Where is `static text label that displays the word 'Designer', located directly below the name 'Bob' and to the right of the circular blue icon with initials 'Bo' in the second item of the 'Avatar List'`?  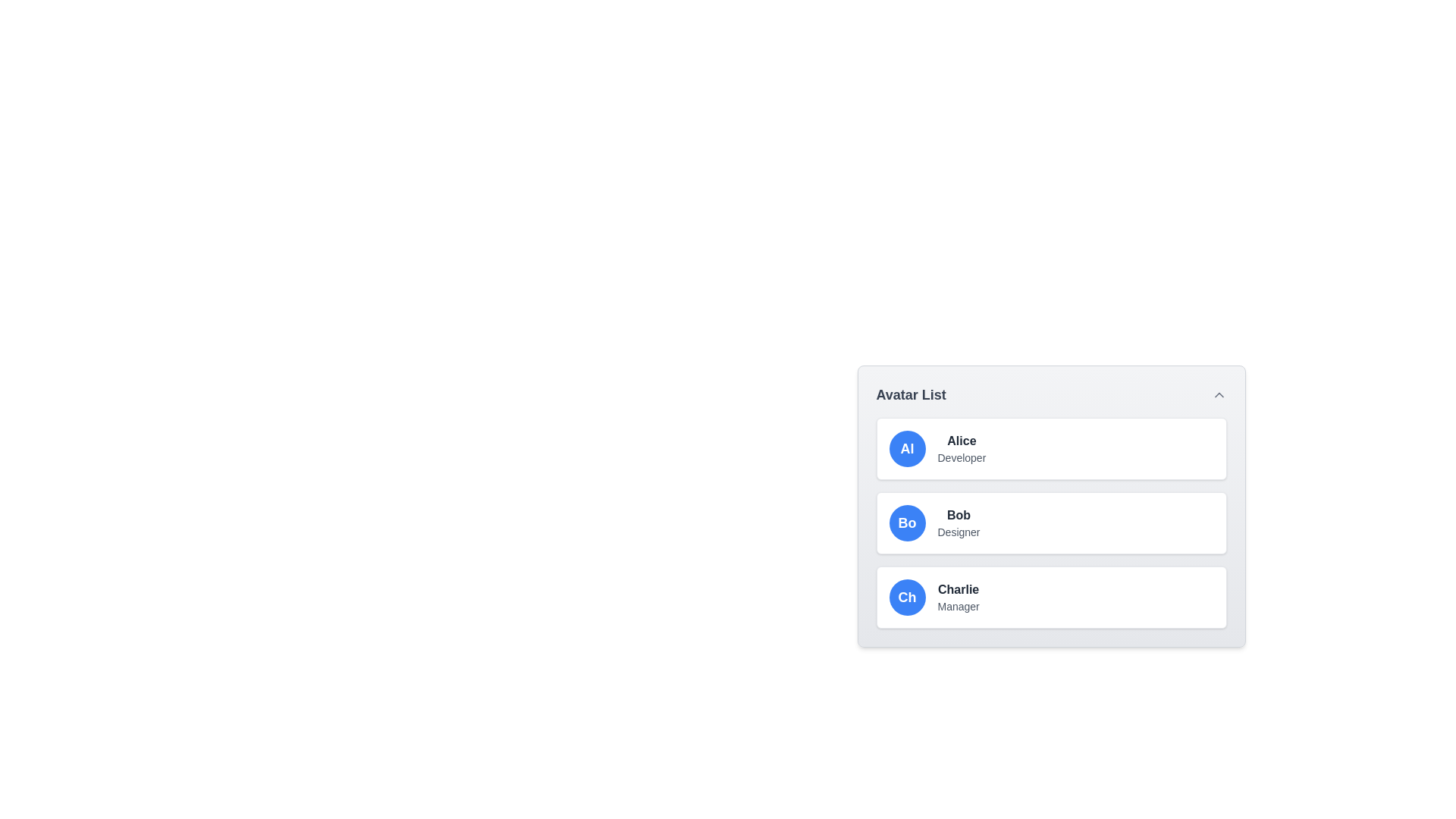 static text label that displays the word 'Designer', located directly below the name 'Bob' and to the right of the circular blue icon with initials 'Bo' in the second item of the 'Avatar List' is located at coordinates (958, 532).